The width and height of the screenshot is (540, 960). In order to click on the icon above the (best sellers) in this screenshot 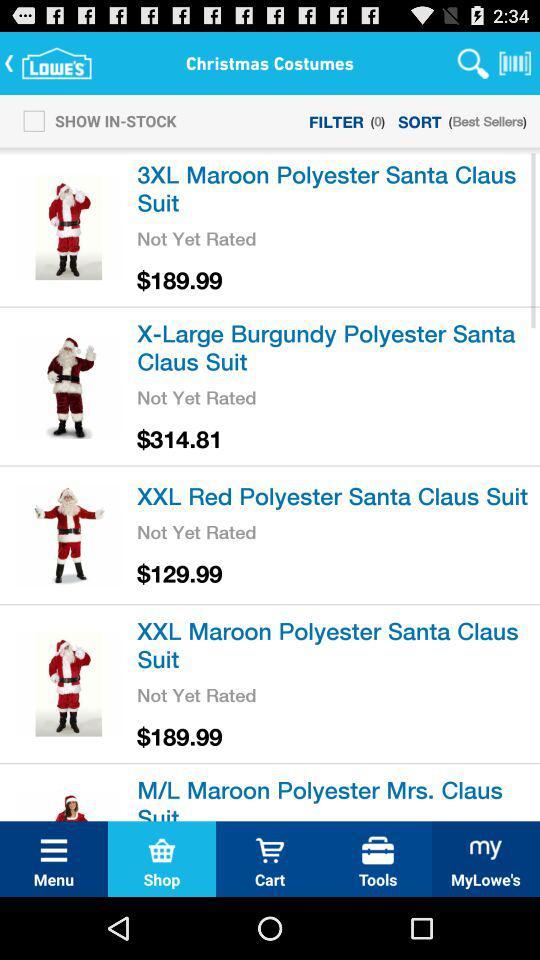, I will do `click(515, 62)`.